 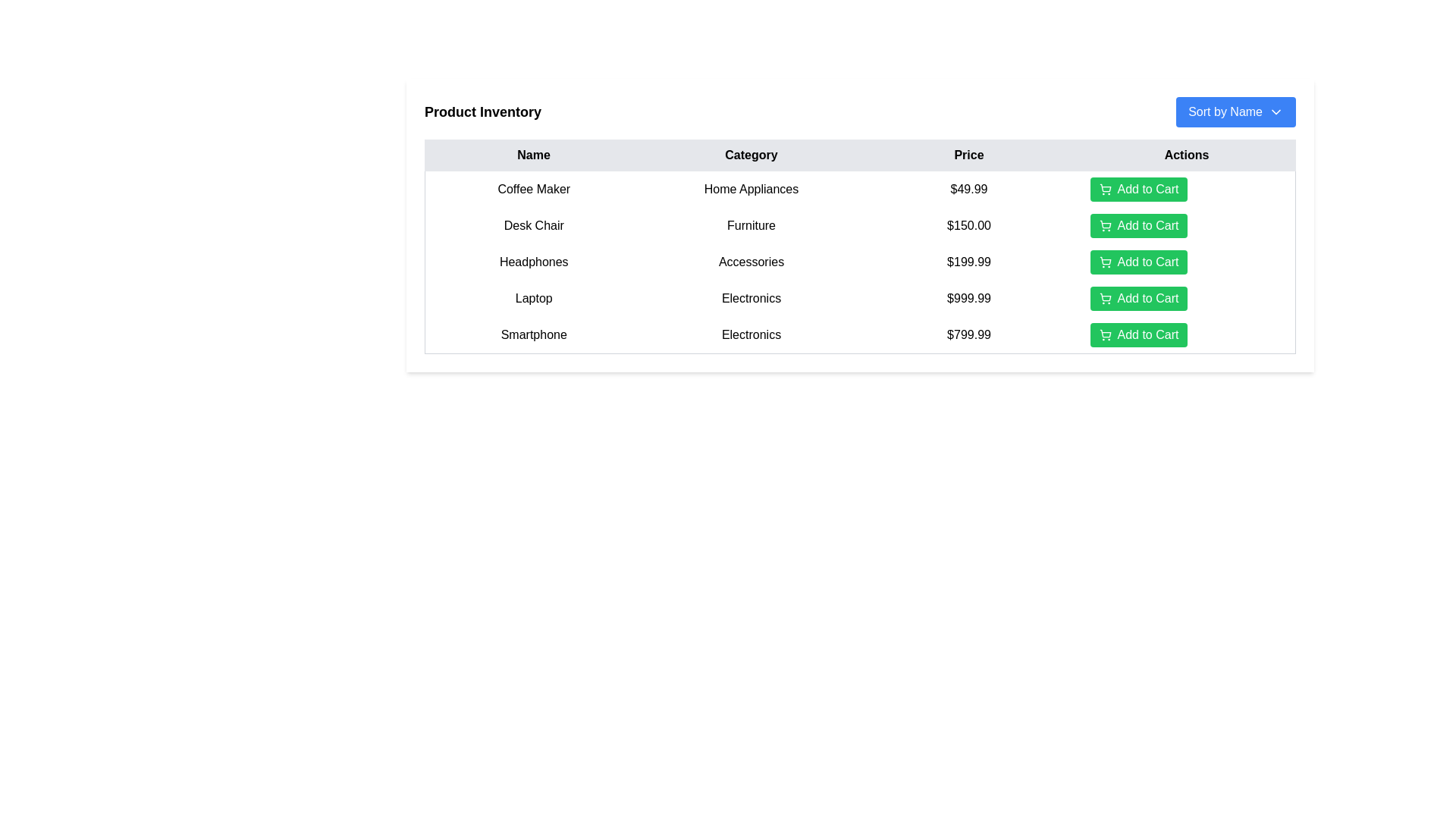 What do you see at coordinates (1105, 262) in the screenshot?
I see `the shopping cart icon located in the third 'Add to Cart' button of the product inventory table` at bounding box center [1105, 262].